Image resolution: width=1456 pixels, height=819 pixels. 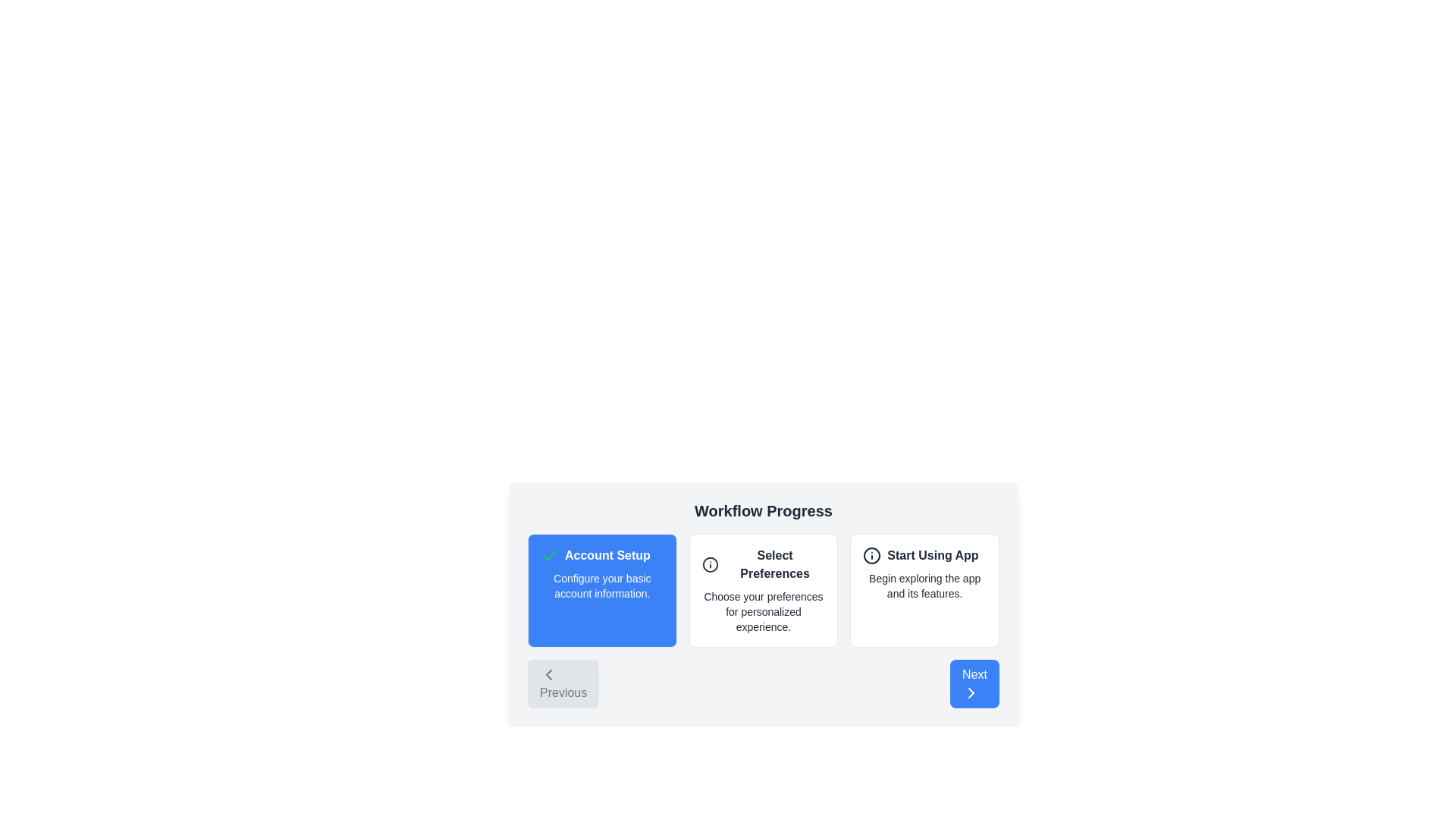 What do you see at coordinates (775, 564) in the screenshot?
I see `the 'Select Preferences' text label element, which is part of a multi-step workflow interface and is the second card in a row of three` at bounding box center [775, 564].